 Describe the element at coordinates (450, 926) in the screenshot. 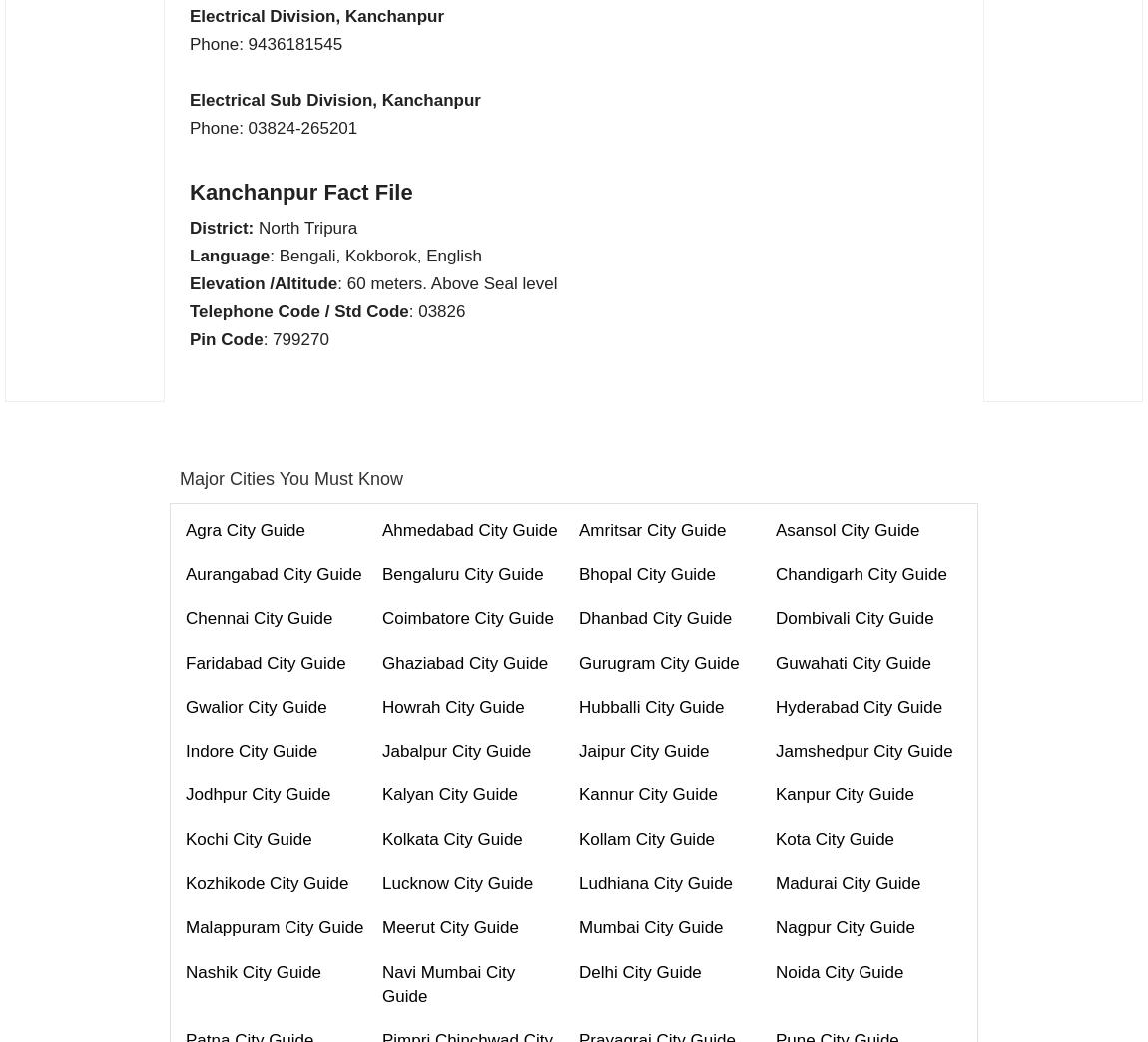

I see `'Meerut City Guide'` at that location.